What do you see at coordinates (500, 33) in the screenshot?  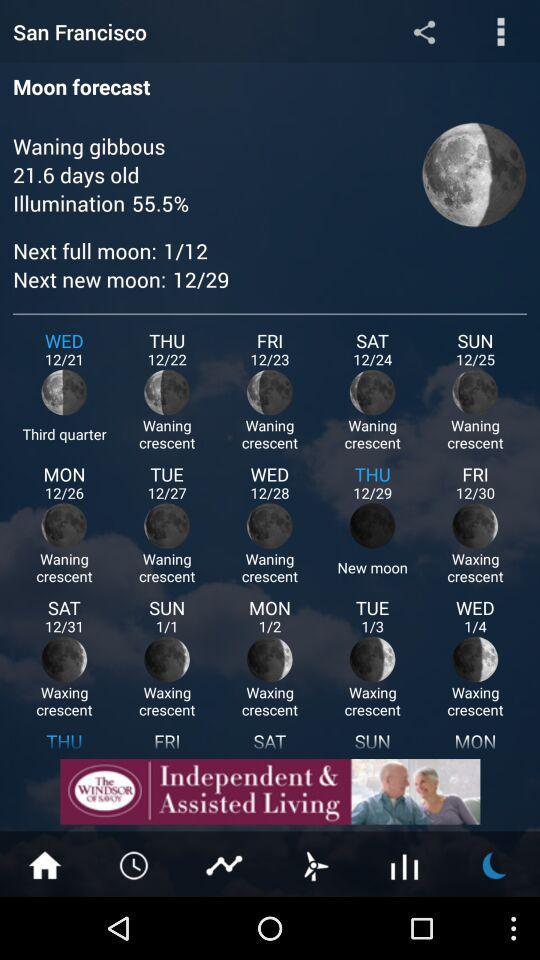 I see `the more icon` at bounding box center [500, 33].